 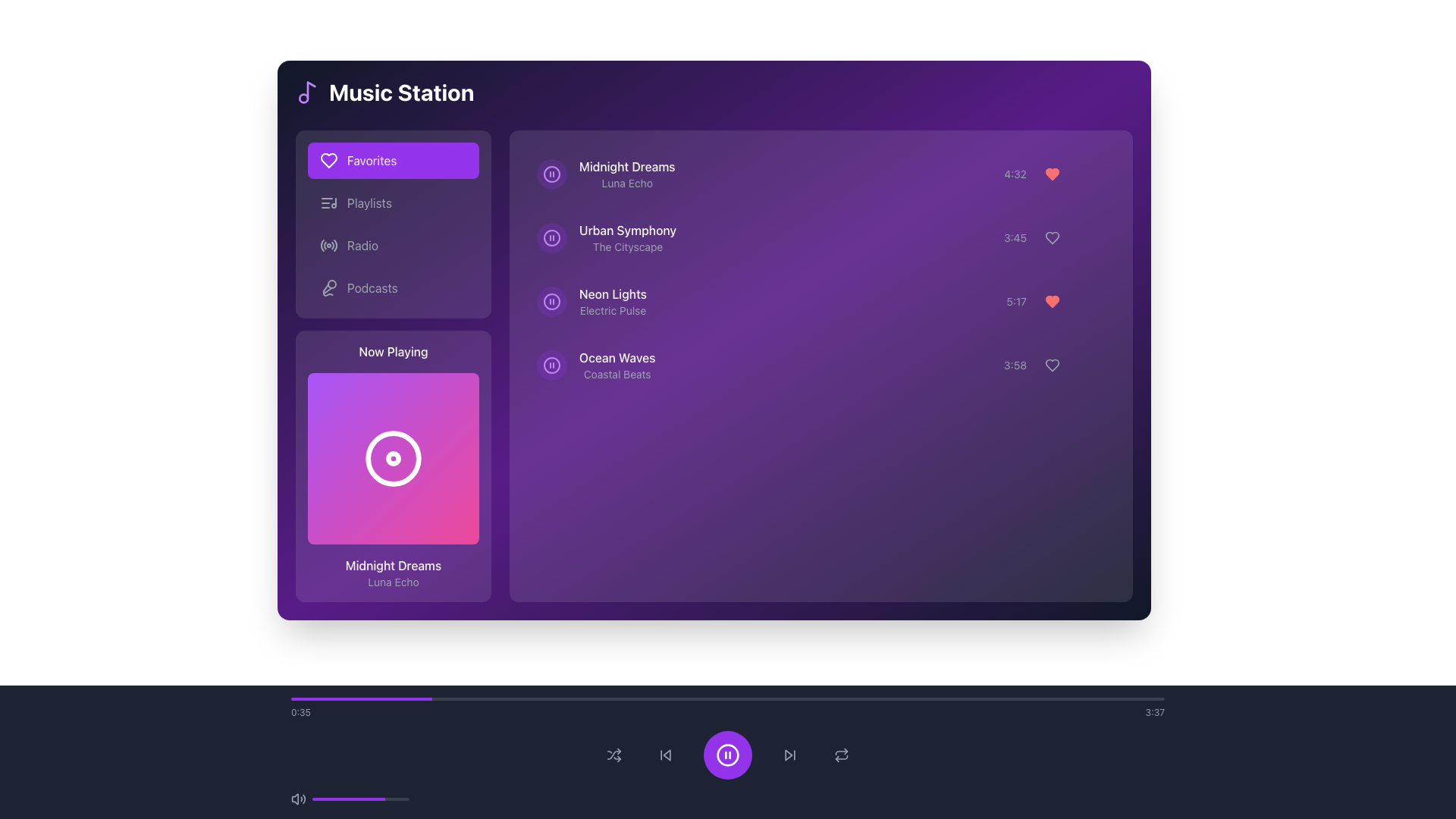 I want to click on the button located at the far-right of the row displaying the 'Ocean Waves' track by 'Coastal Beats' in the 'Favorites' playlist, so click(x=1092, y=366).